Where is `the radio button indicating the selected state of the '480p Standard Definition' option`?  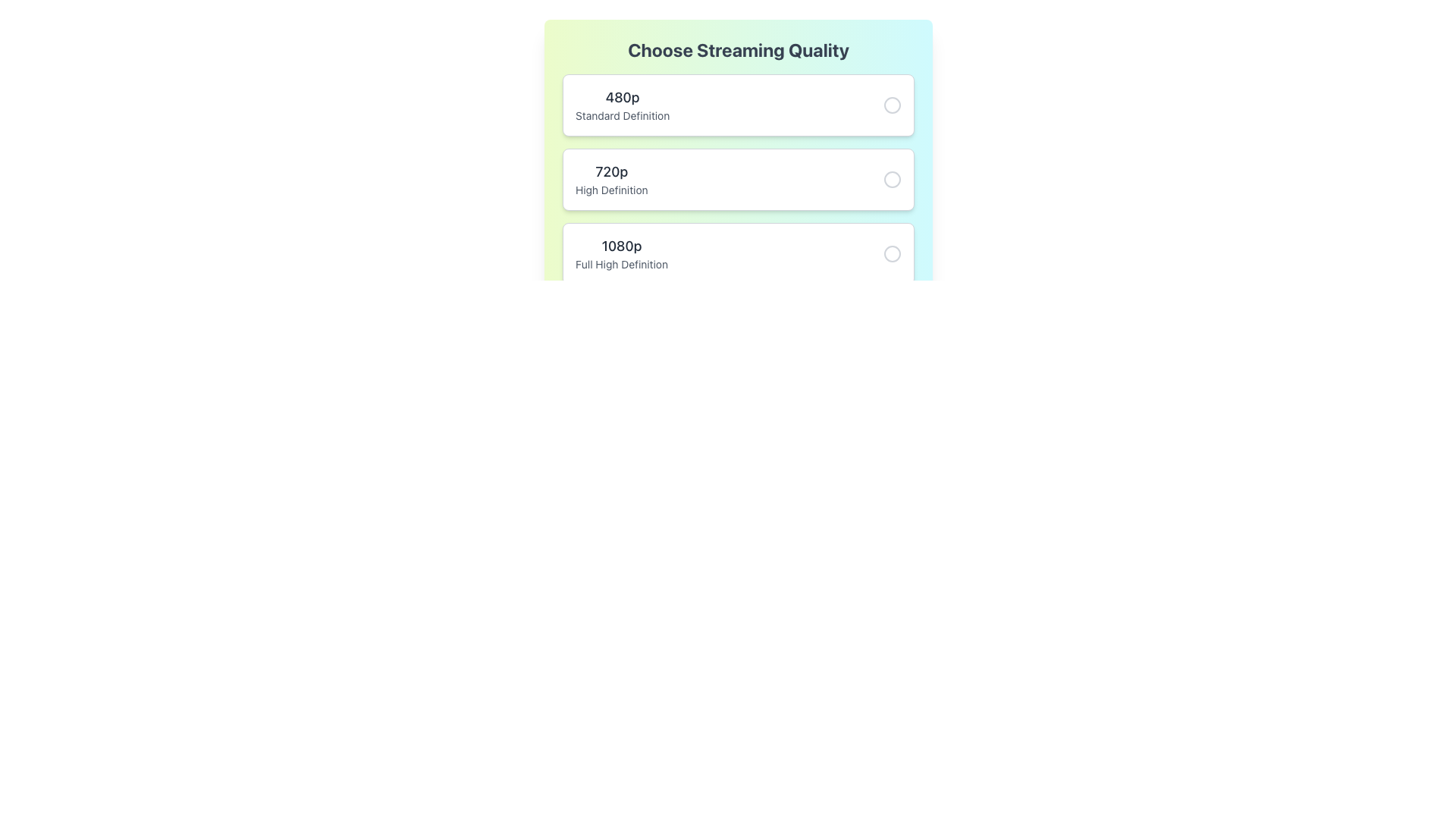
the radio button indicating the selected state of the '480p Standard Definition' option is located at coordinates (892, 104).